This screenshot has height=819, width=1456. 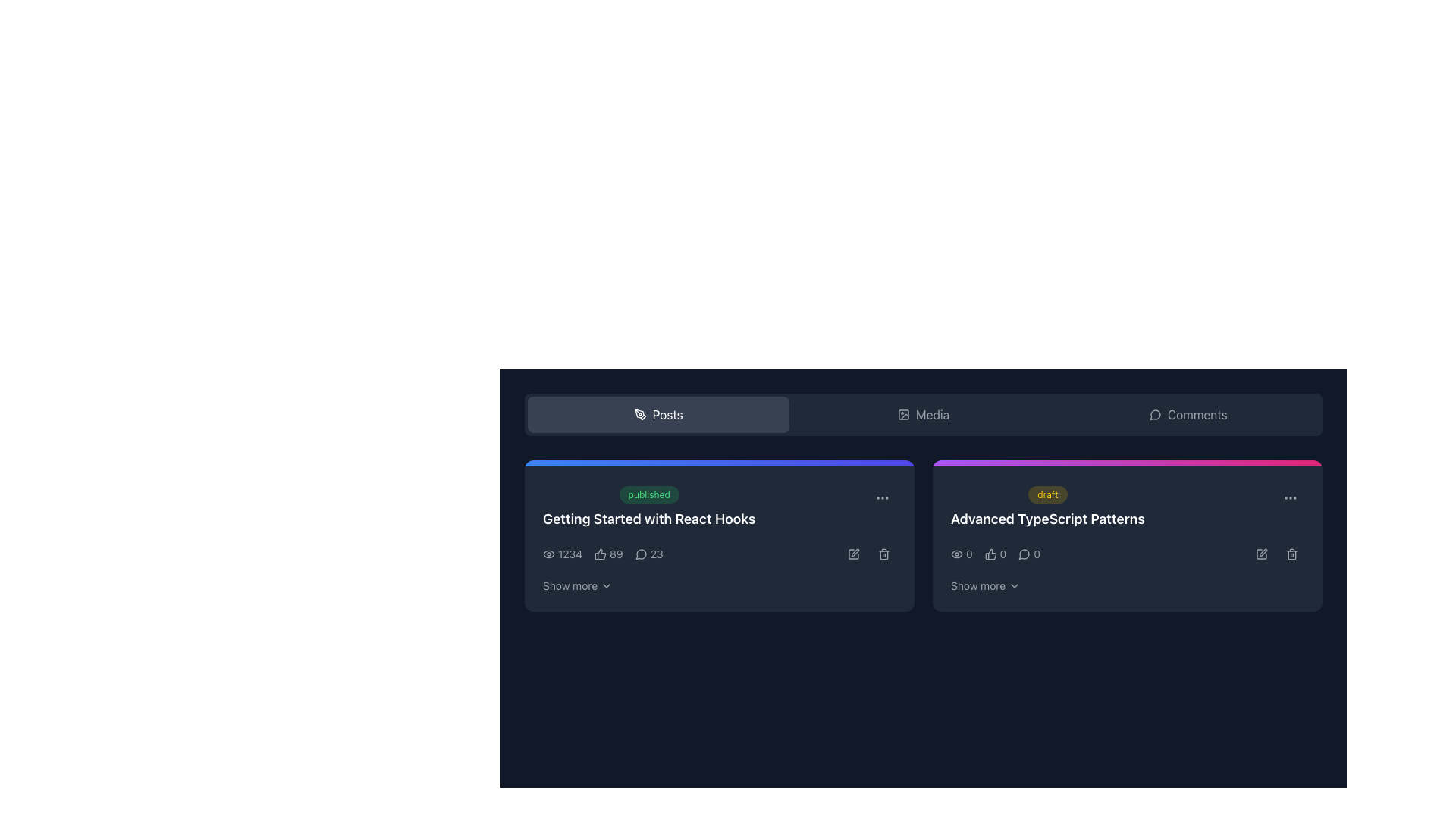 What do you see at coordinates (658, 415) in the screenshot?
I see `the rectangular button with a pen icon and the text 'Posts'` at bounding box center [658, 415].